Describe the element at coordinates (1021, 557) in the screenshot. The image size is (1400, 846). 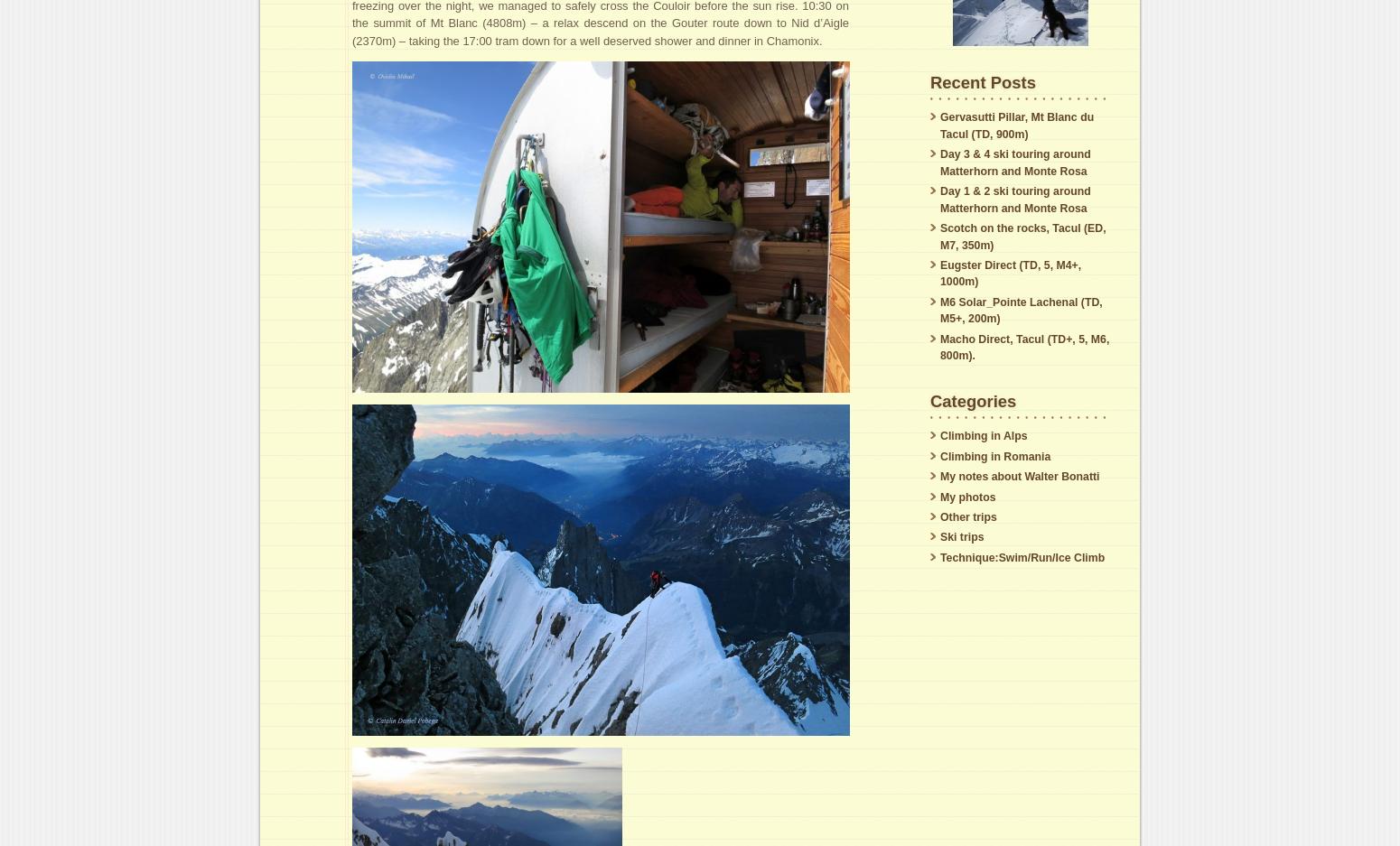
I see `'Technique:Swim/Run/Ice Climb'` at that location.